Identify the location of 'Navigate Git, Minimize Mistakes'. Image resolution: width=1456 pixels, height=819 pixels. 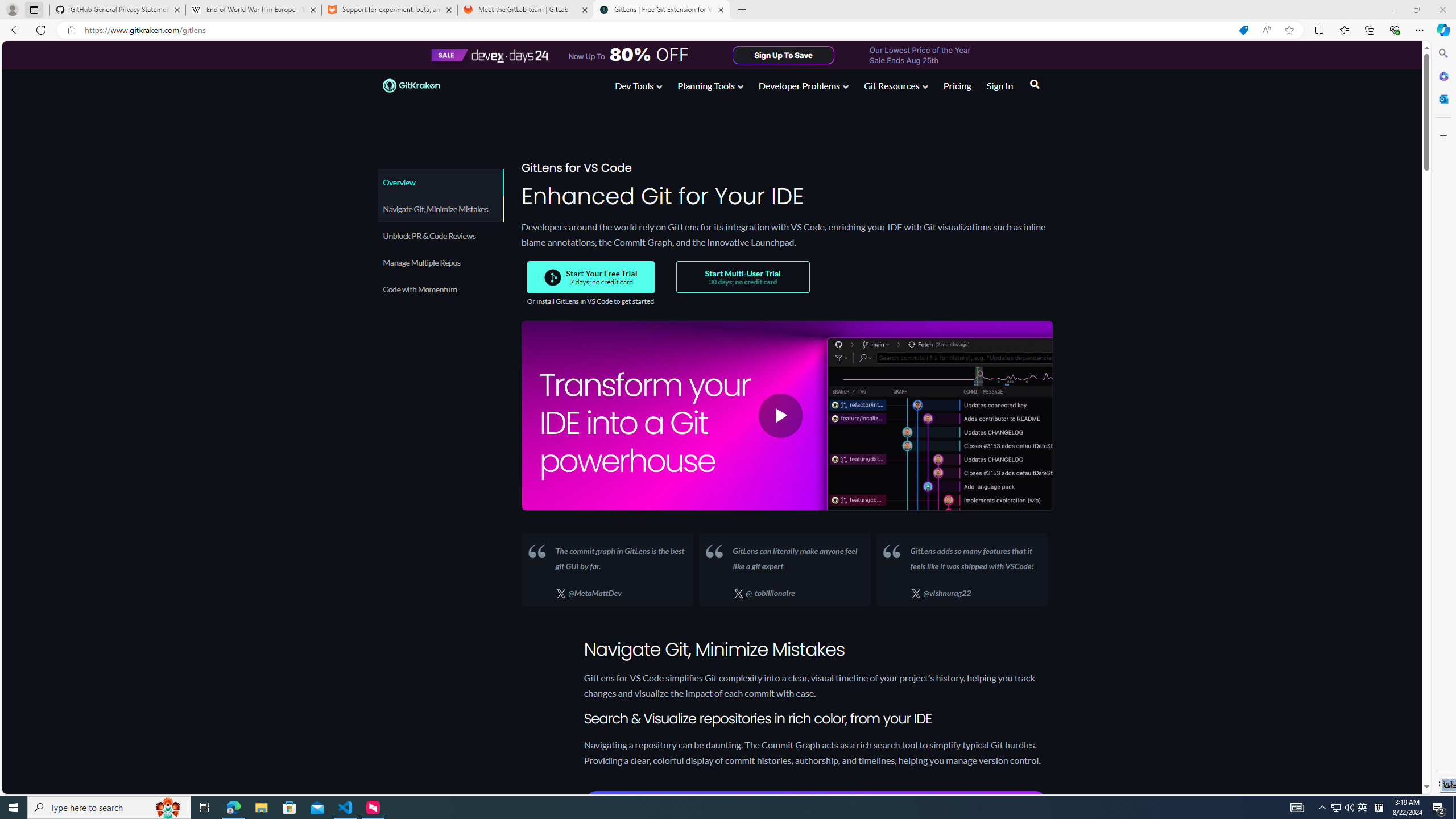
(440, 209).